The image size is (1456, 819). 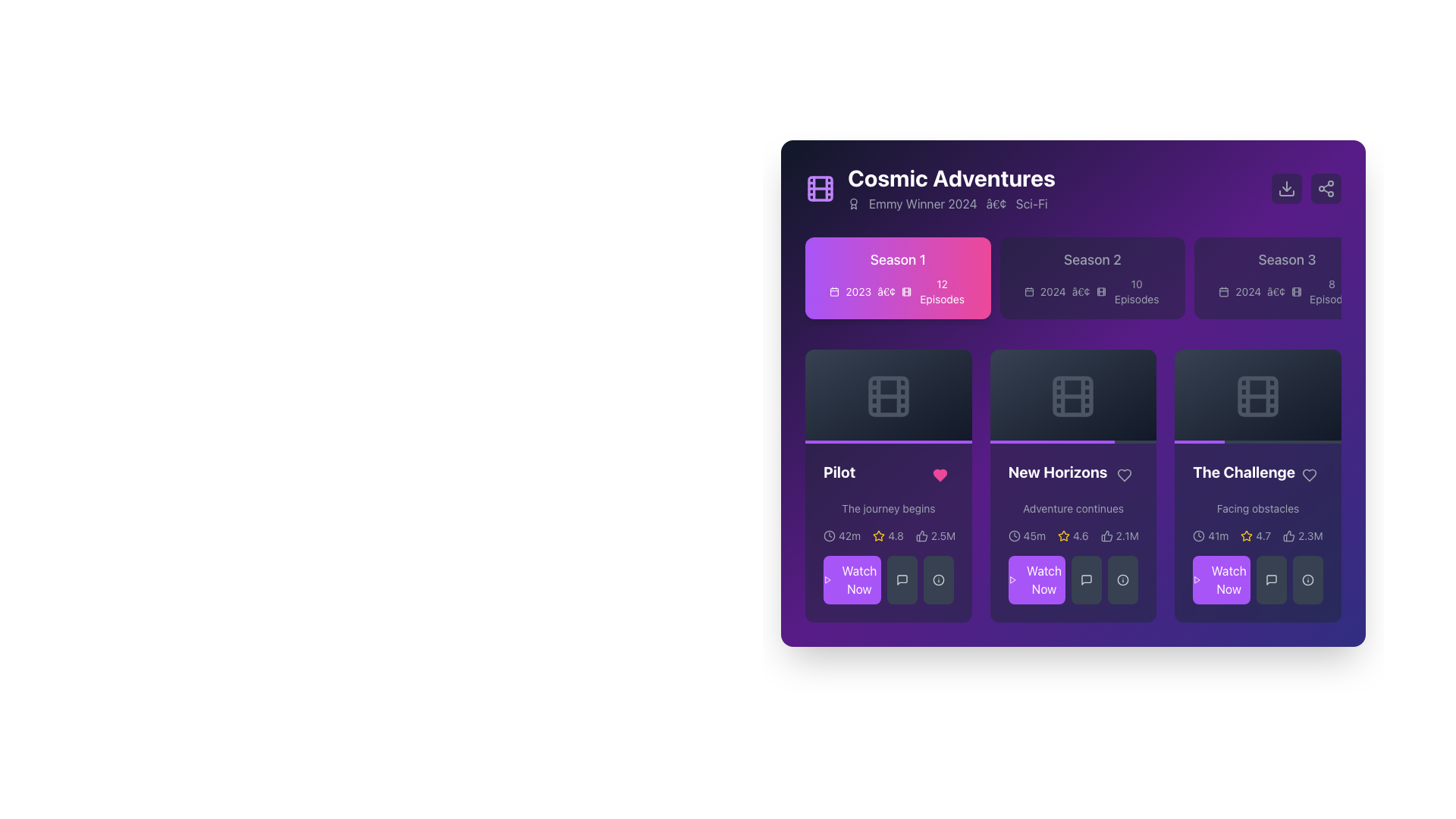 What do you see at coordinates (1036, 579) in the screenshot?
I see `the rectangular purple button labeled 'Watch Now' located in the lower left corner of the 'New Horizons' episode card in the 'Cosmic Adventures' series` at bounding box center [1036, 579].